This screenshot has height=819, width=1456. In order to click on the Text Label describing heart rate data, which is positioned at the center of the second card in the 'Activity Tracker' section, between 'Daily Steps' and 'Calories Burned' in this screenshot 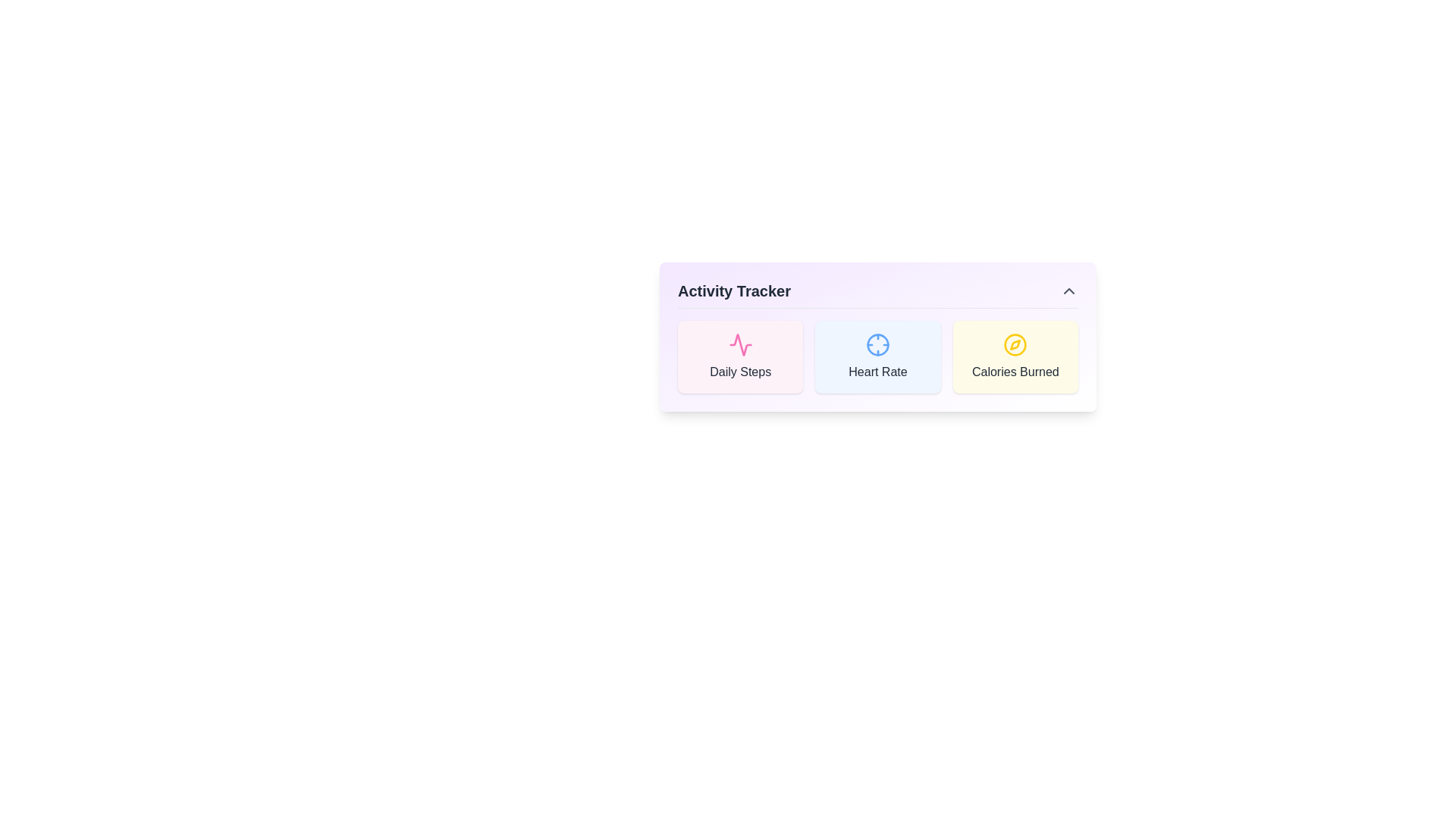, I will do `click(877, 372)`.